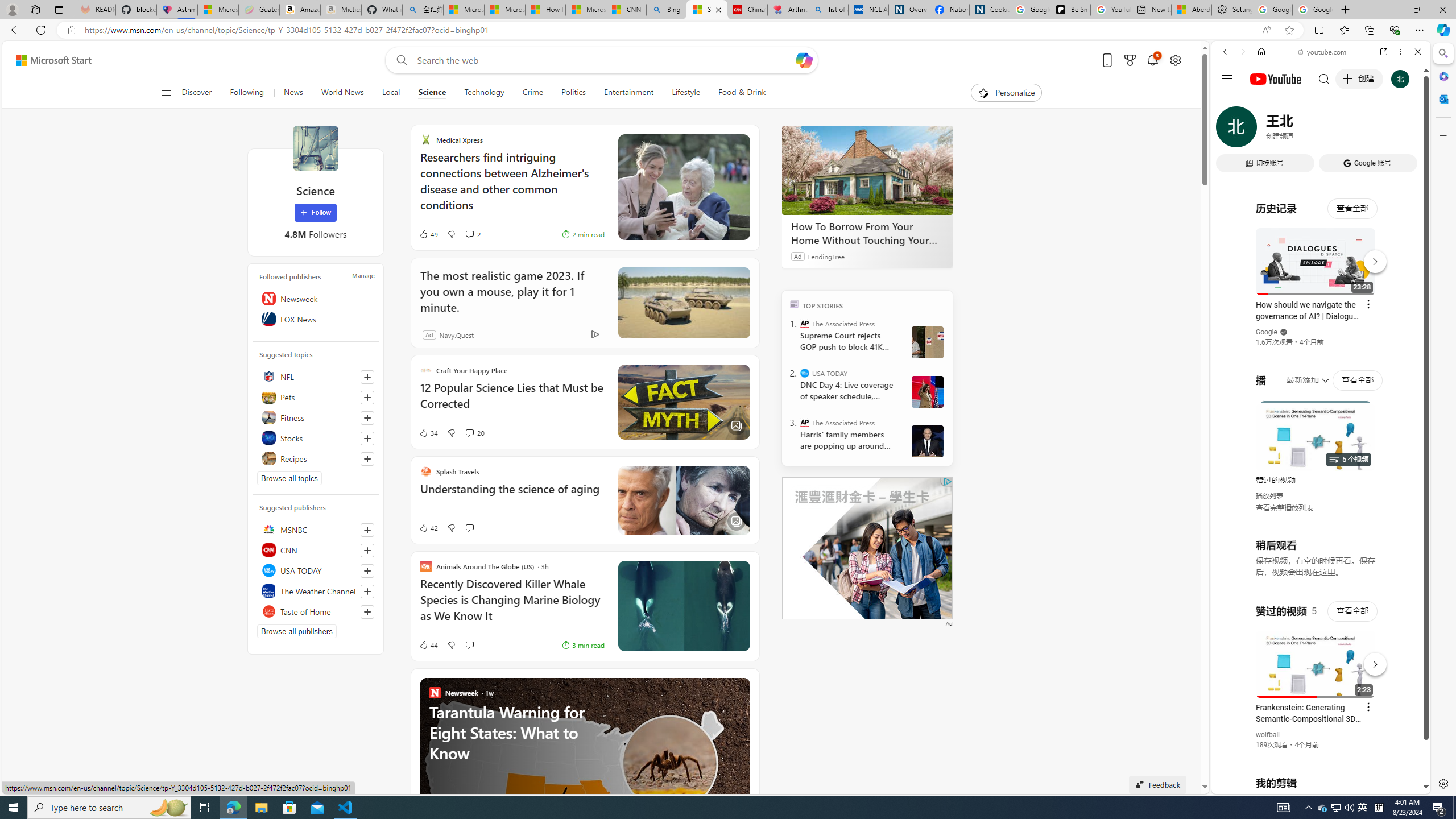 This screenshot has height=819, width=1456. I want to click on 'Dislike', so click(450, 644).